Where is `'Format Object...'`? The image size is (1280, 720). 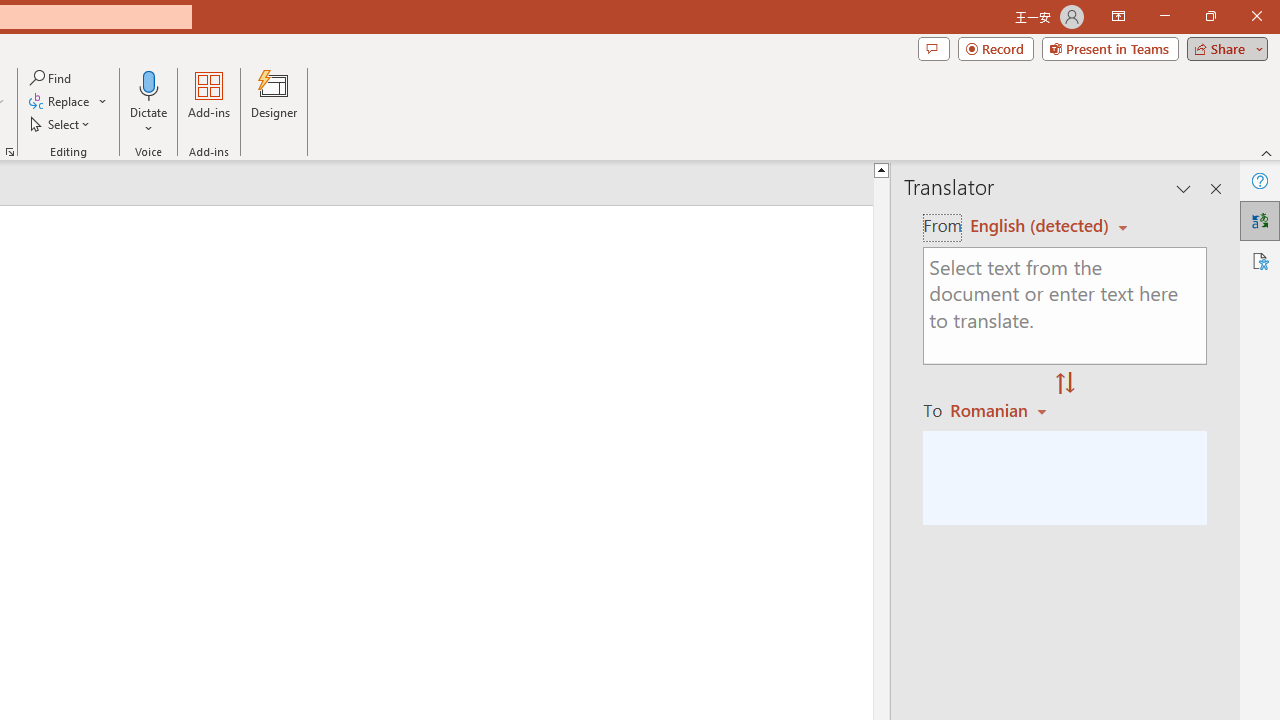
'Format Object...' is located at coordinates (10, 150).